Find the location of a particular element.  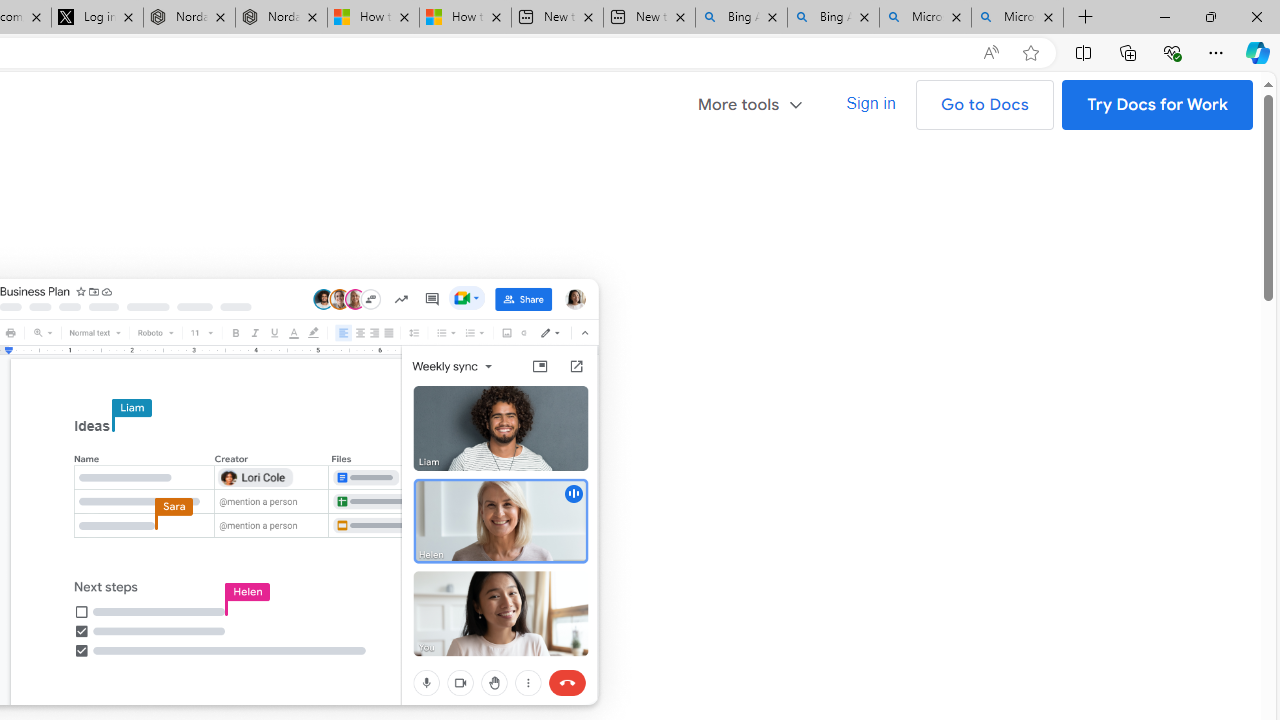

'Microsoft Bing Timeline - Search' is located at coordinates (1017, 17).